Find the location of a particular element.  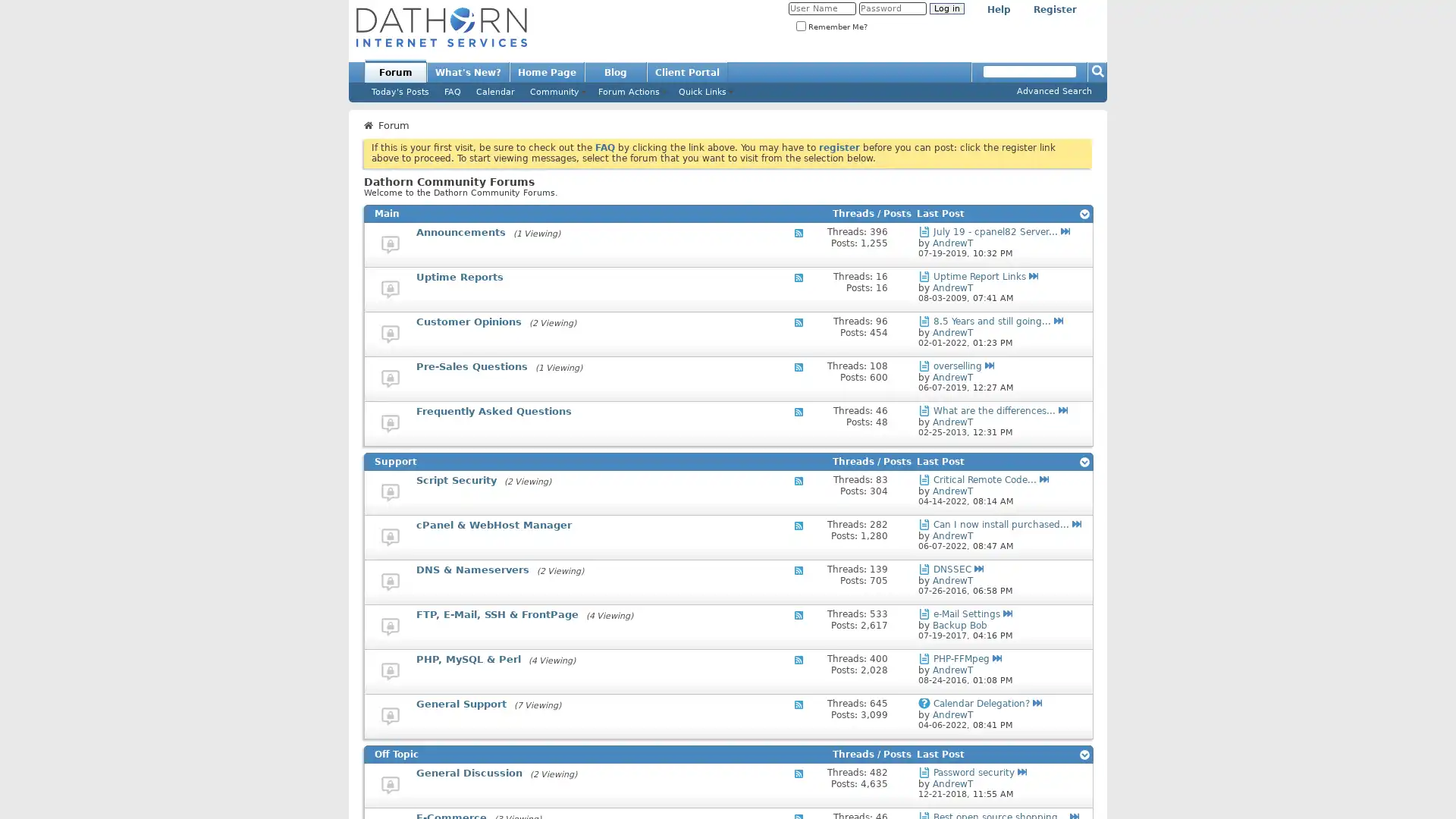

Submit is located at coordinates (1098, 71).